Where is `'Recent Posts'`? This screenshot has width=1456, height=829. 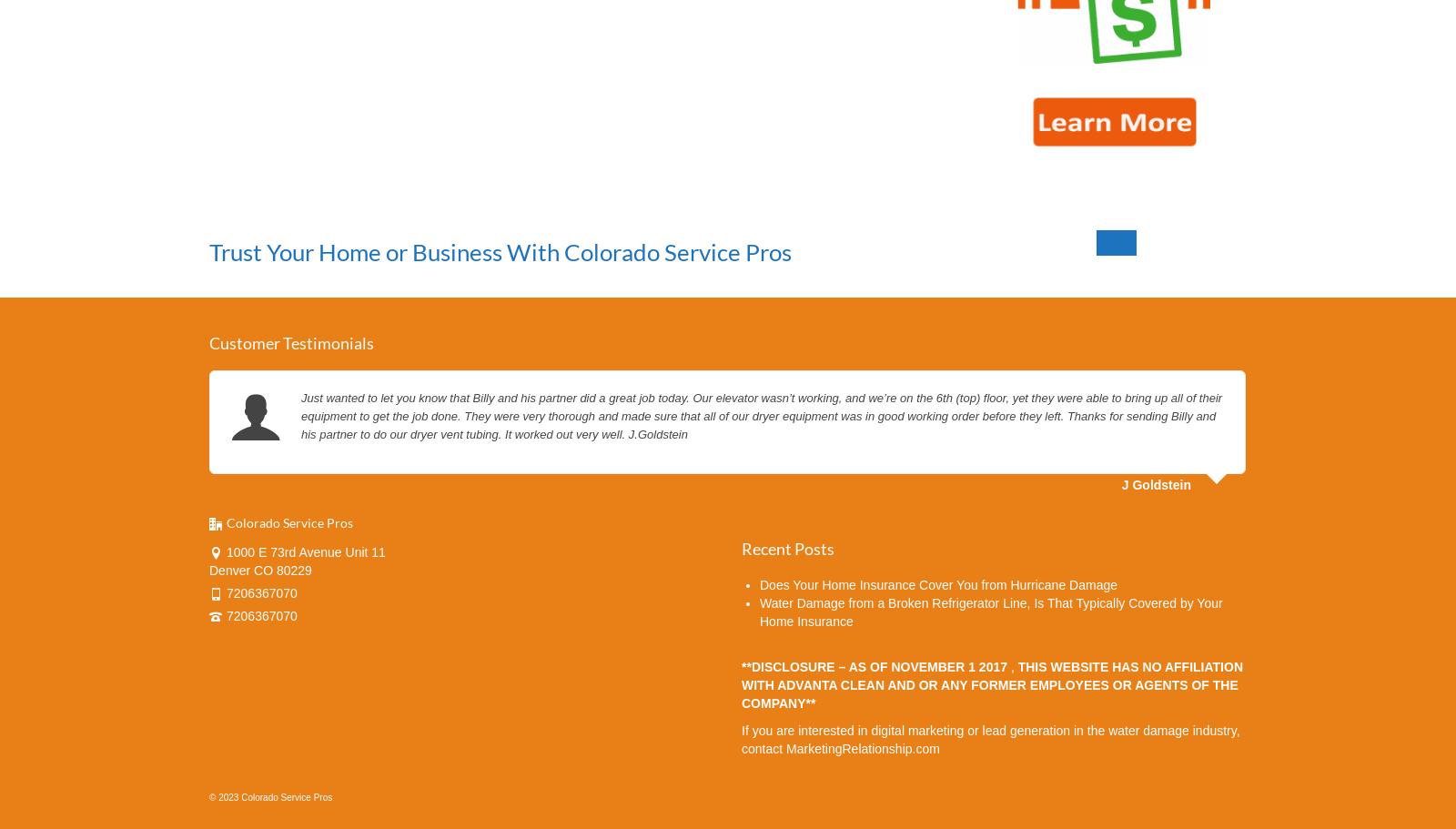 'Recent Posts' is located at coordinates (787, 546).